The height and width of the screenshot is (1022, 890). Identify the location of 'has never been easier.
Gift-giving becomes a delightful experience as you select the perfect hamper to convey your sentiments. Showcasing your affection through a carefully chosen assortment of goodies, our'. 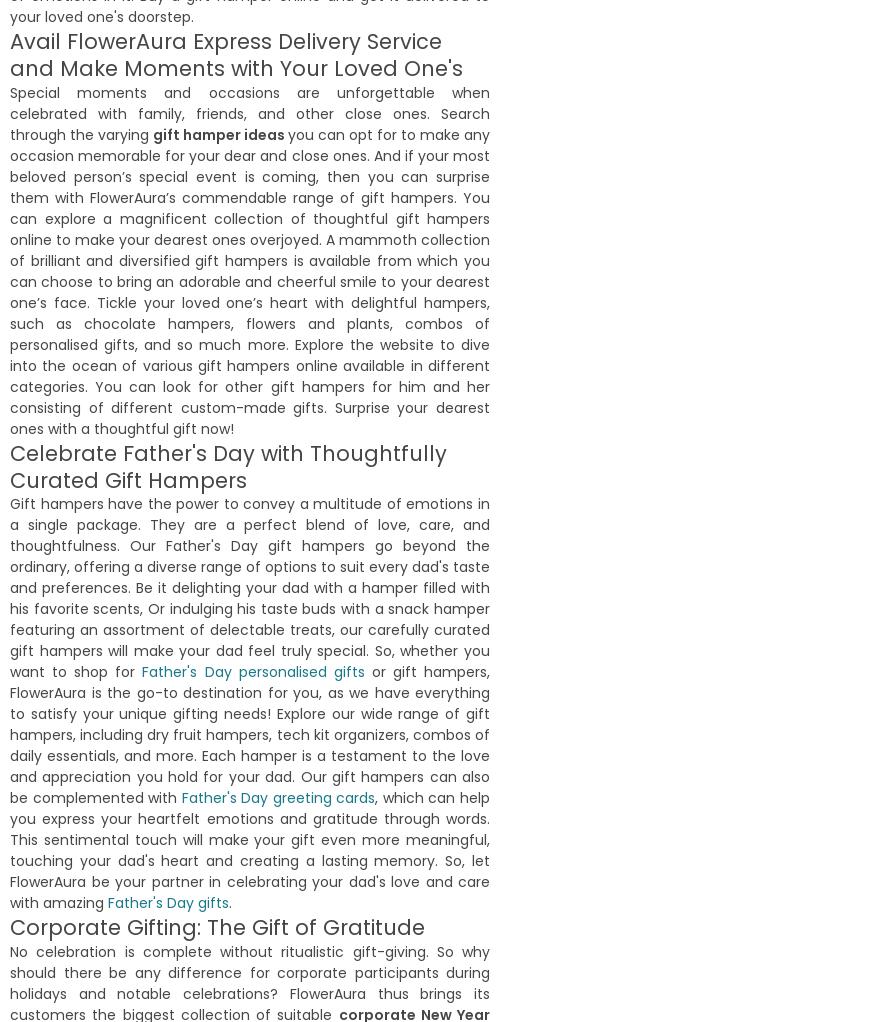
(9, 825).